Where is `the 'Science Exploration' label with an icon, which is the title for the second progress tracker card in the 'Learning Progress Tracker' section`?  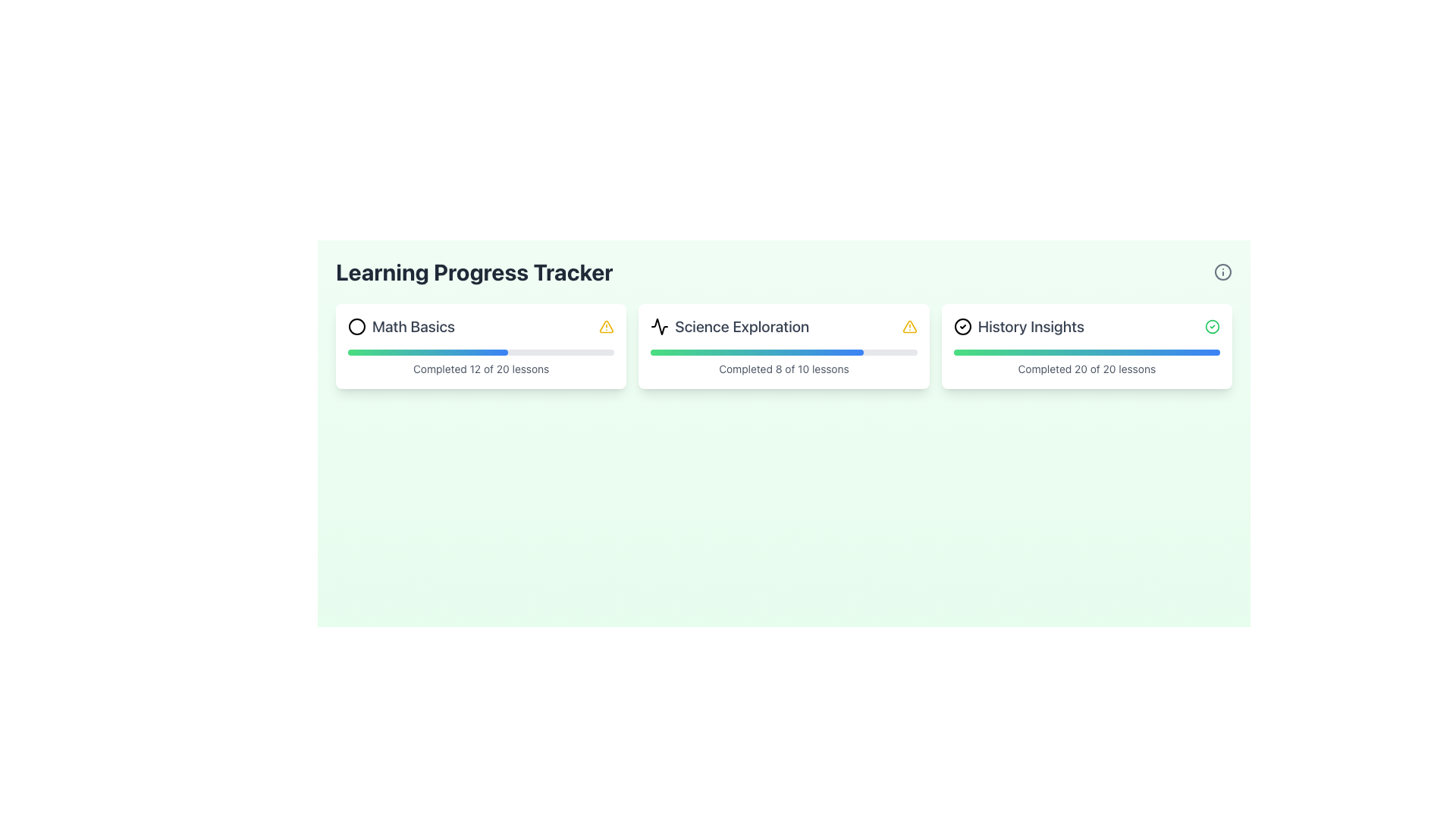 the 'Science Exploration' label with an icon, which is the title for the second progress tracker card in the 'Learning Progress Tracker' section is located at coordinates (730, 326).